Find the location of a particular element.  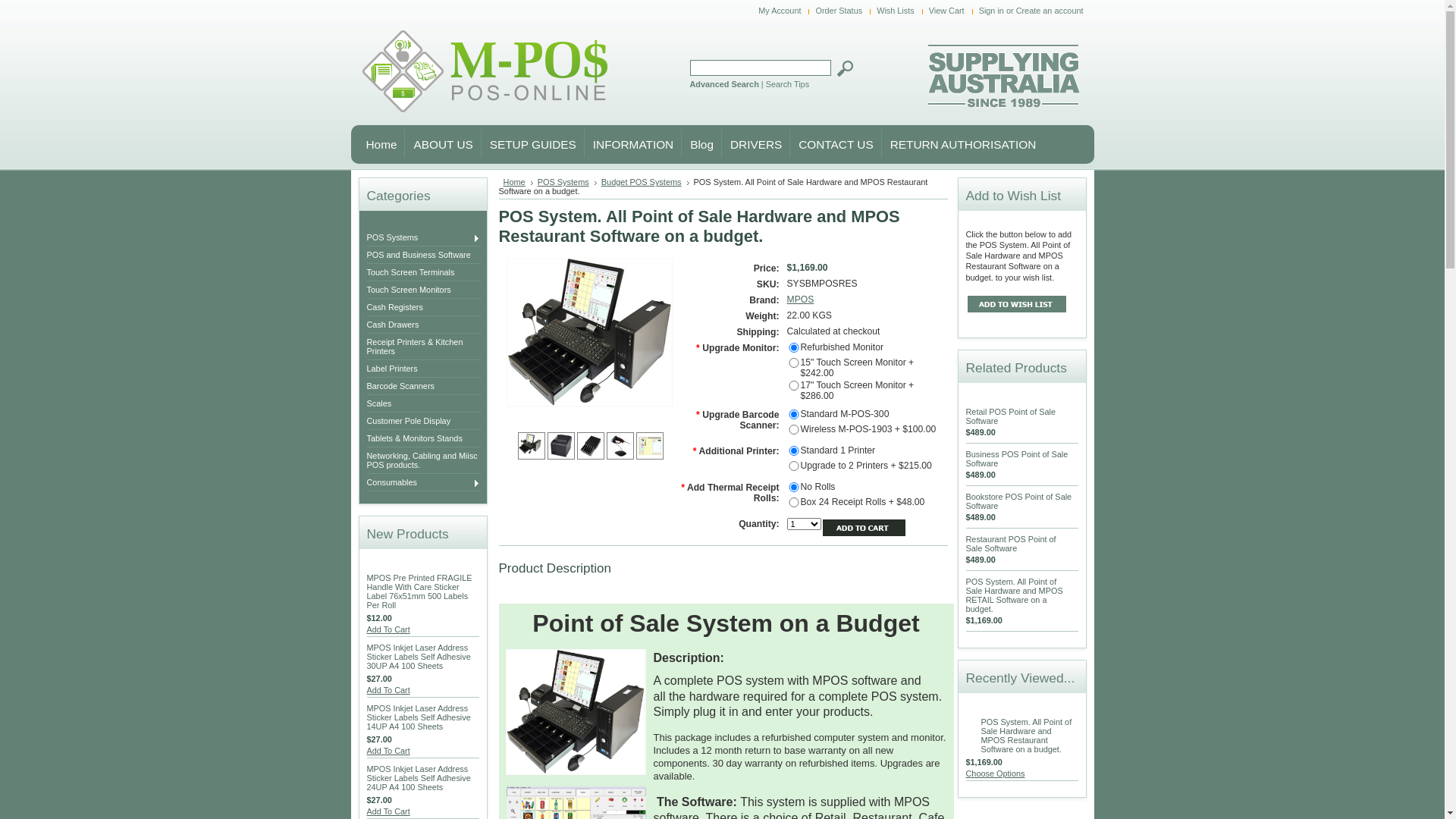

'Choose Options' is located at coordinates (996, 773).